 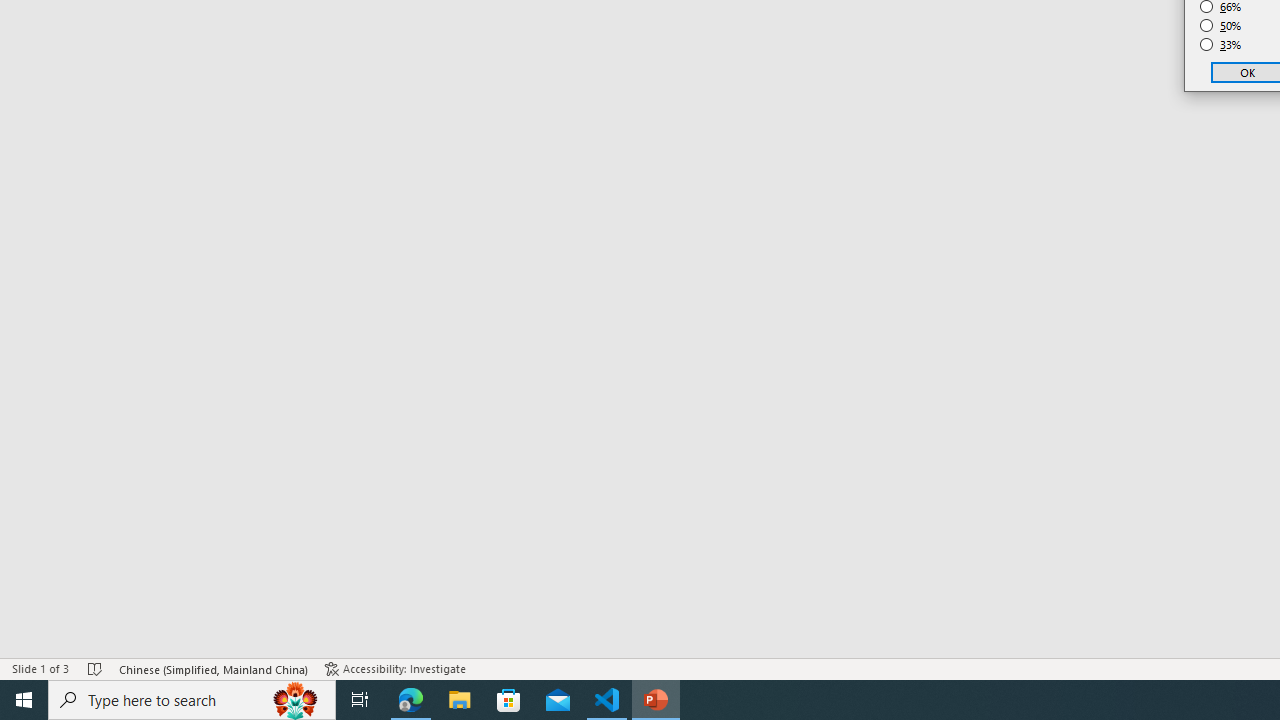 I want to click on '33%', so click(x=1220, y=45).